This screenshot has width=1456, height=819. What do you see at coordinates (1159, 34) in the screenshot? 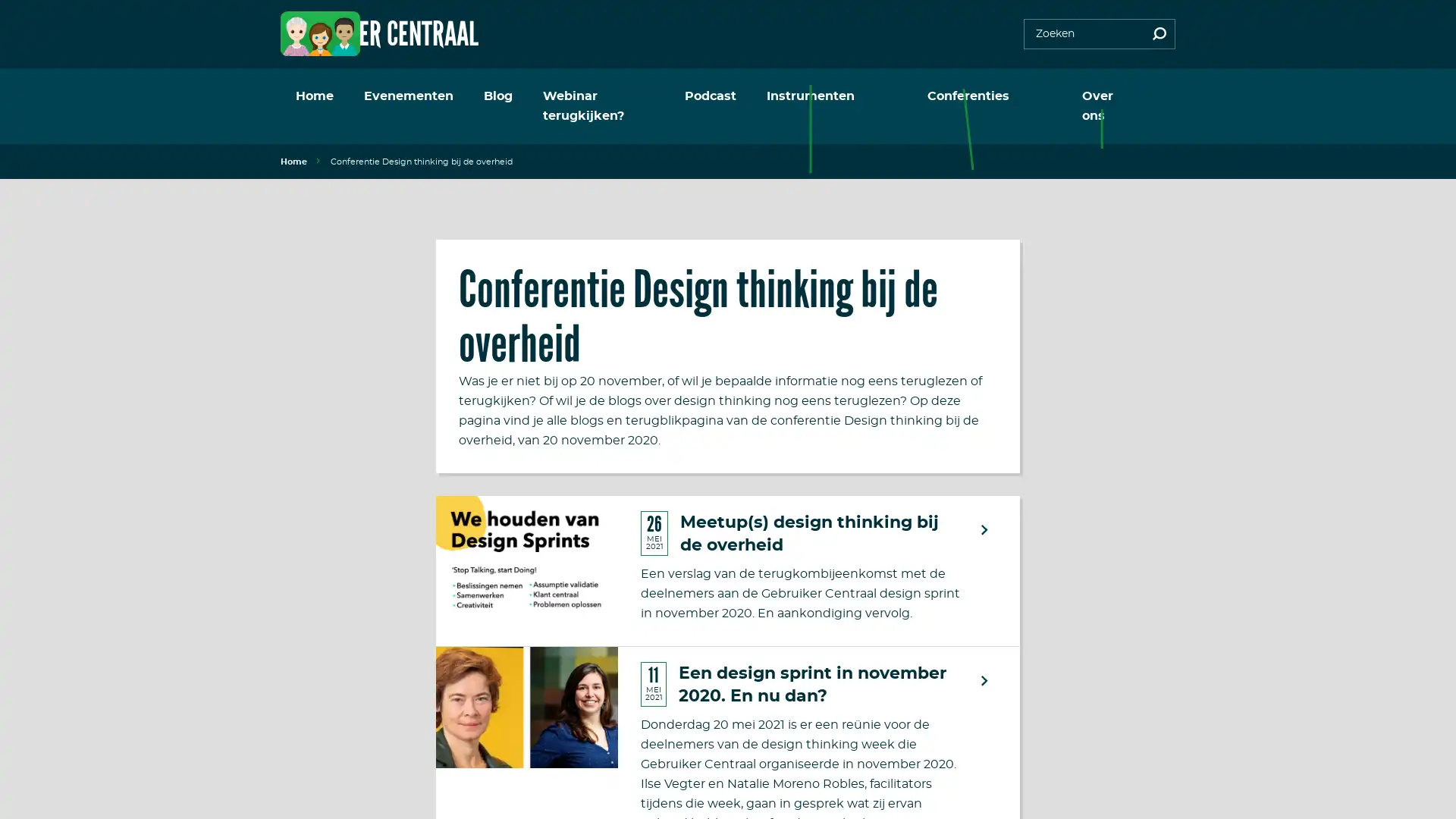
I see `Zoek` at bounding box center [1159, 34].